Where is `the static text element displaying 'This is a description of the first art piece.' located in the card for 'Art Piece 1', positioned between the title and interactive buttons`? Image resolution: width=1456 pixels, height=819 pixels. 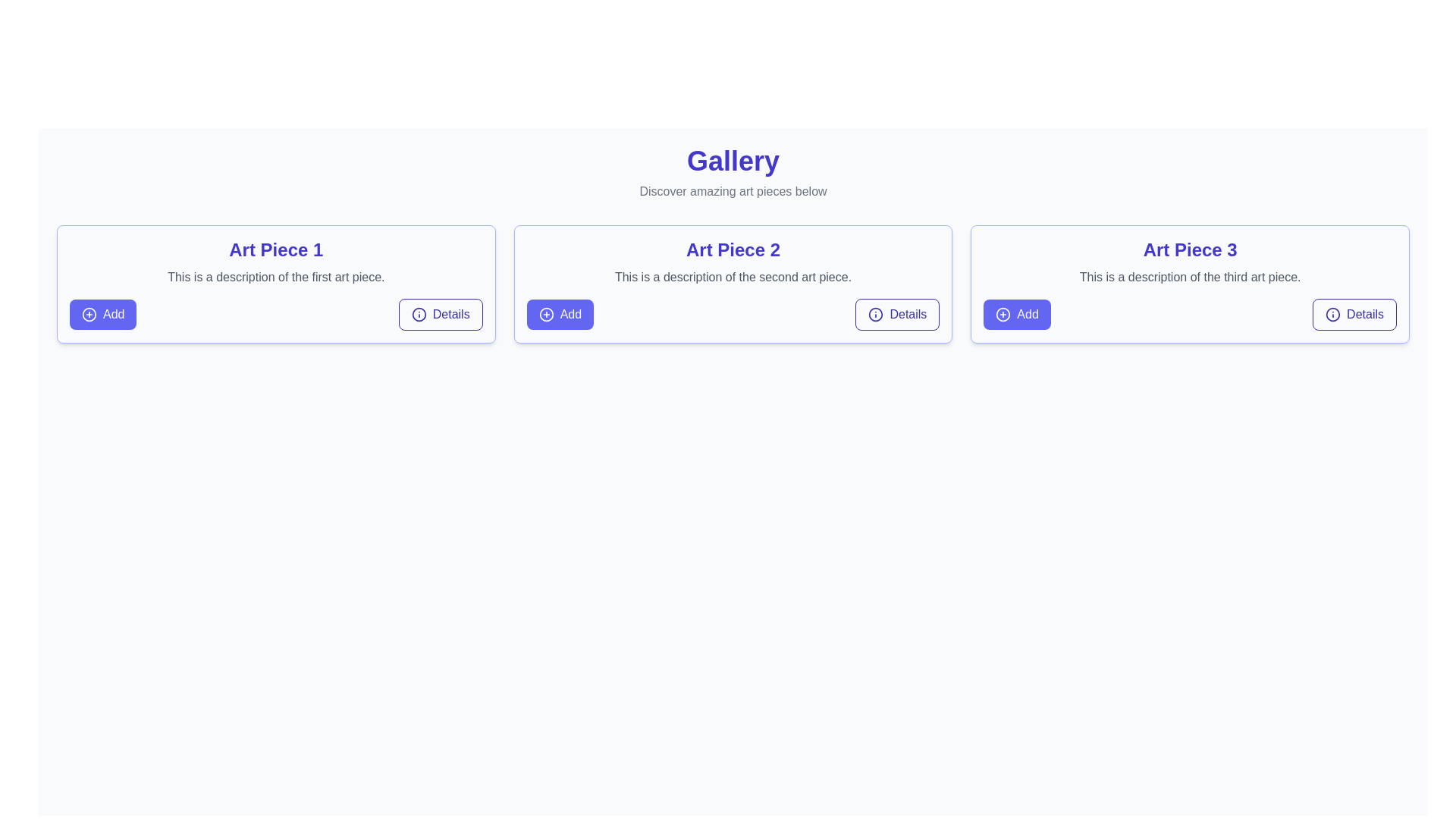 the static text element displaying 'This is a description of the first art piece.' located in the card for 'Art Piece 1', positioned between the title and interactive buttons is located at coordinates (276, 278).